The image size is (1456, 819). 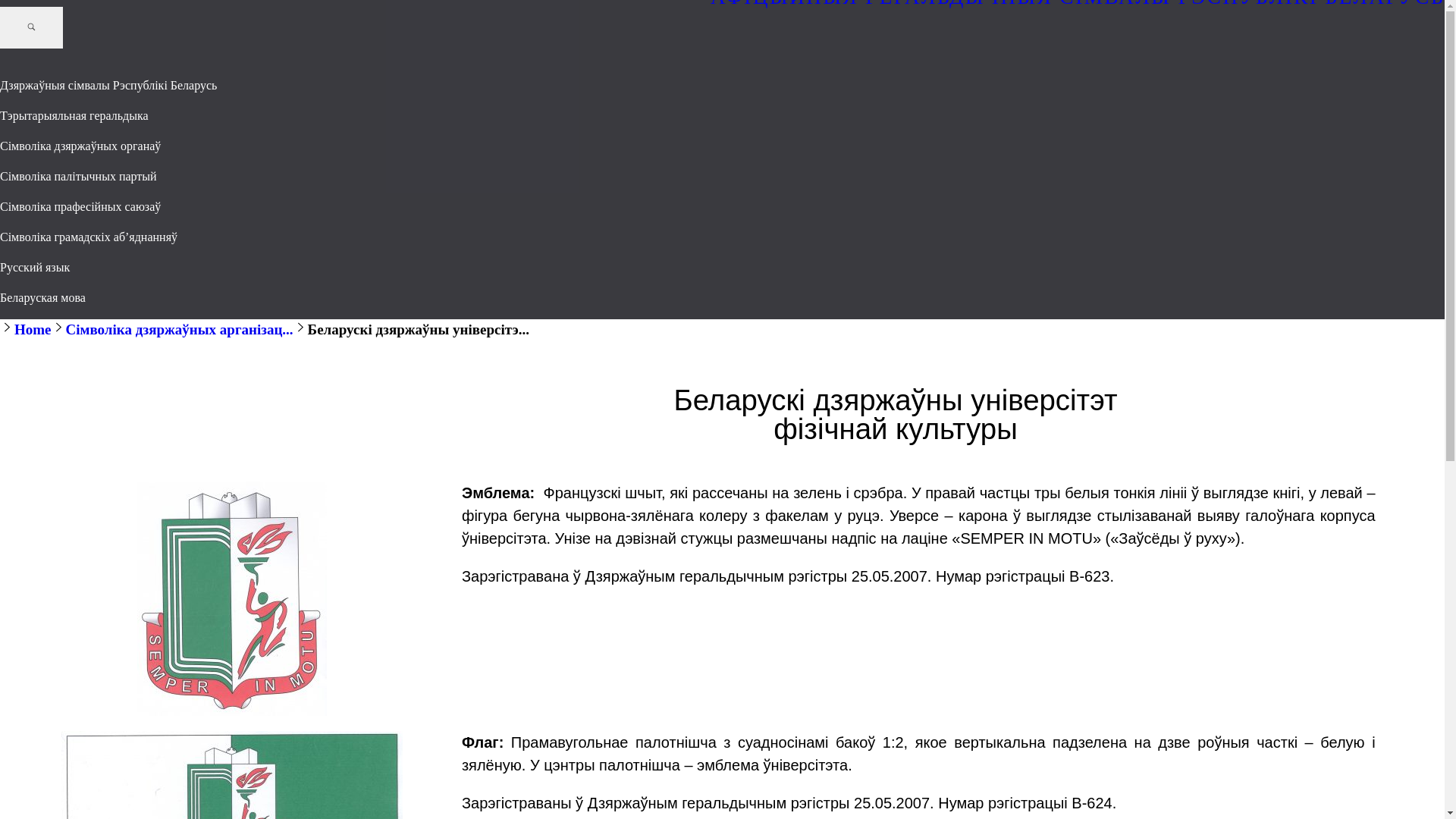 I want to click on '623', so click(x=231, y=598).